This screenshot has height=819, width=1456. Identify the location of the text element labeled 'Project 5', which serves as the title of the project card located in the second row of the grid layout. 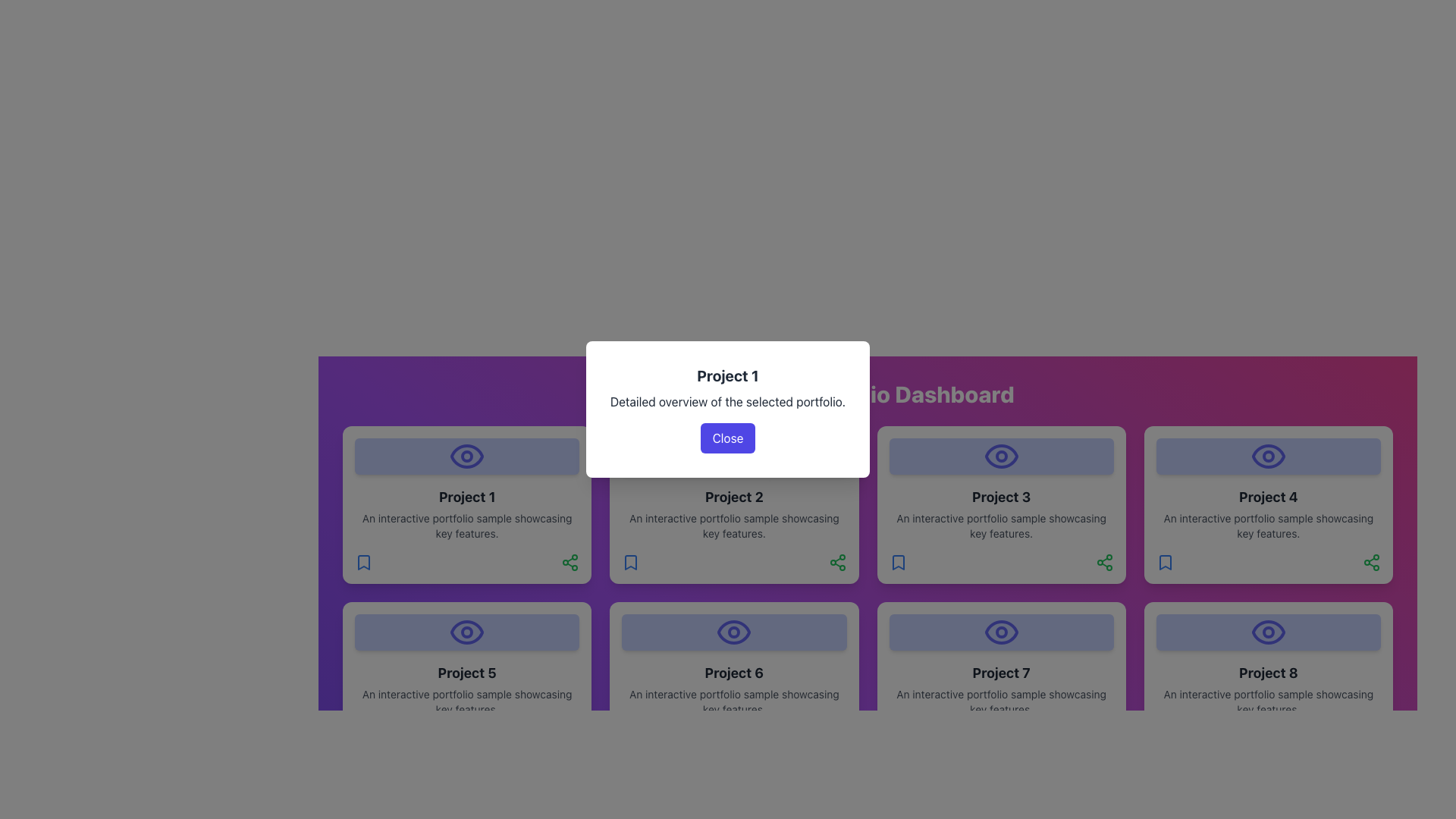
(466, 672).